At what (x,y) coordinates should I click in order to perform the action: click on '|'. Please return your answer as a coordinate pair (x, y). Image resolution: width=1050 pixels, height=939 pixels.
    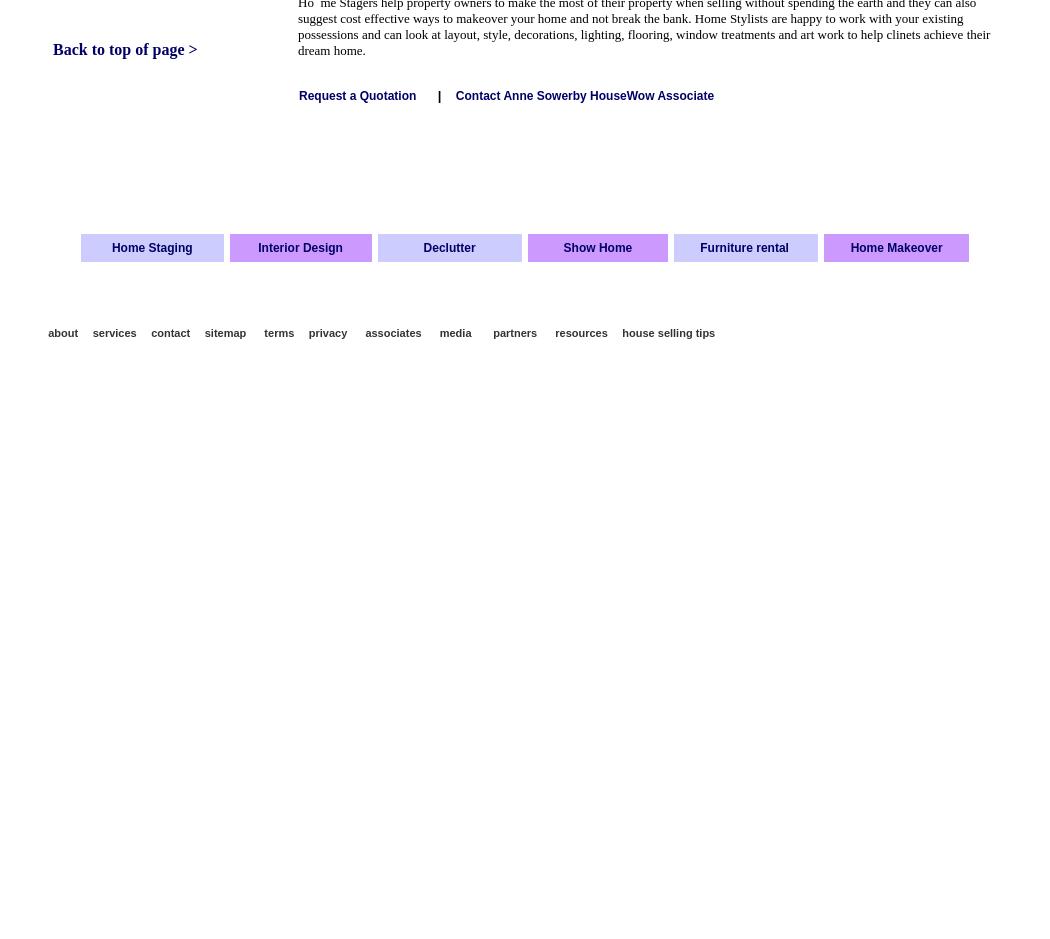
    Looking at the image, I should click on (436, 95).